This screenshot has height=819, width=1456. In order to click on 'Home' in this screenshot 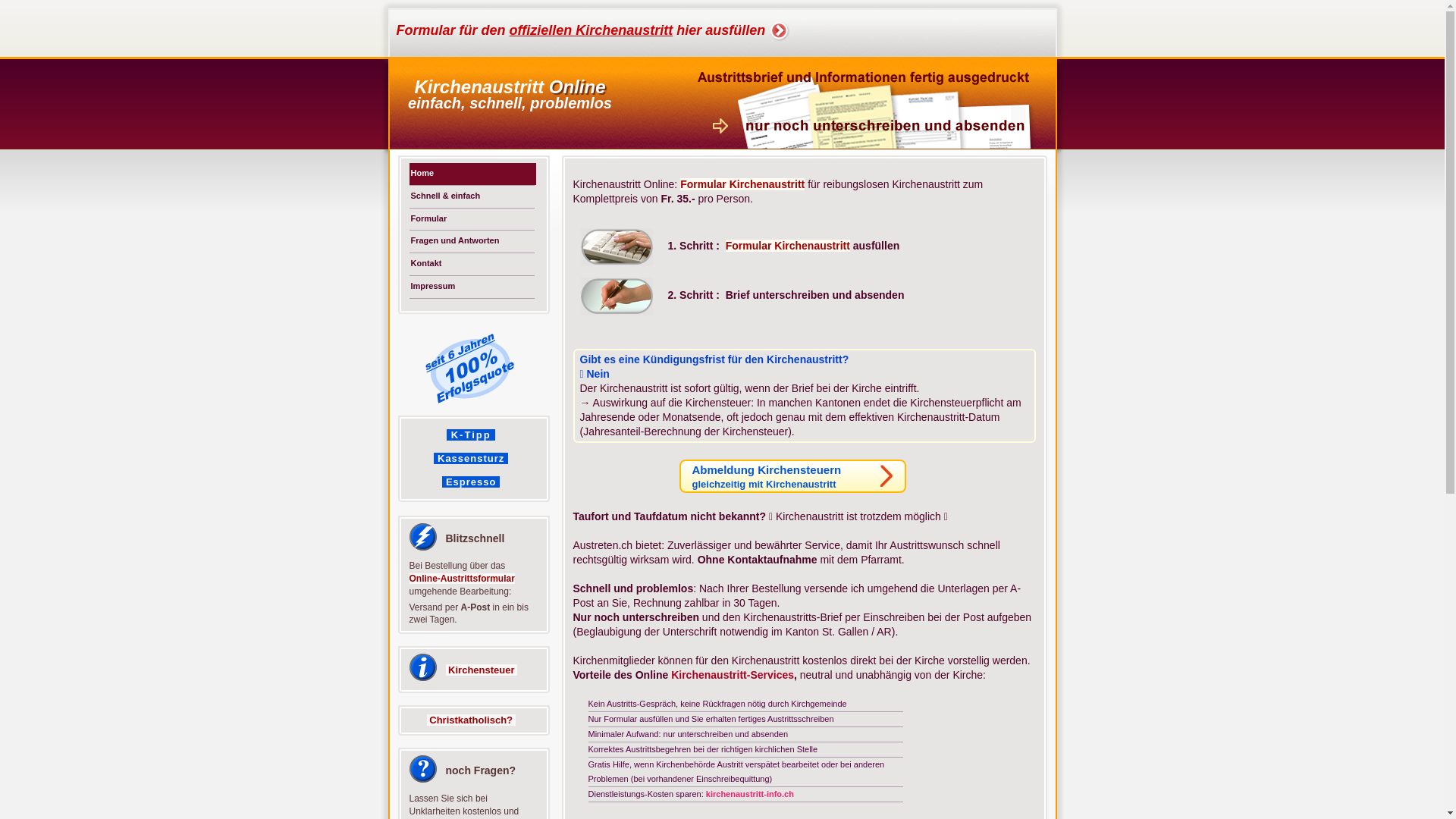, I will do `click(472, 173)`.